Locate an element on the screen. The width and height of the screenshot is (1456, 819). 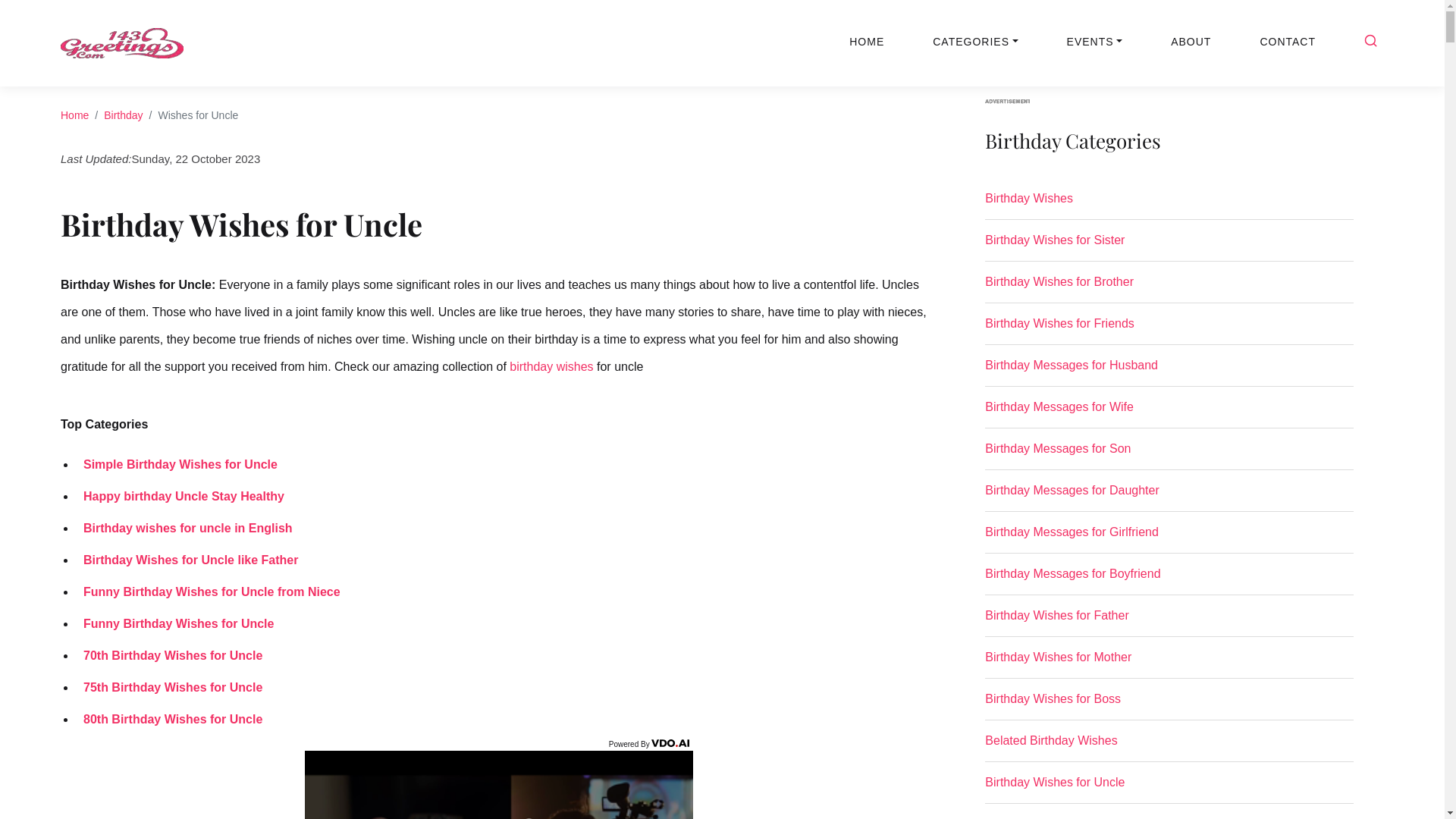
'Birthday Wishes for Mother' is located at coordinates (1168, 663).